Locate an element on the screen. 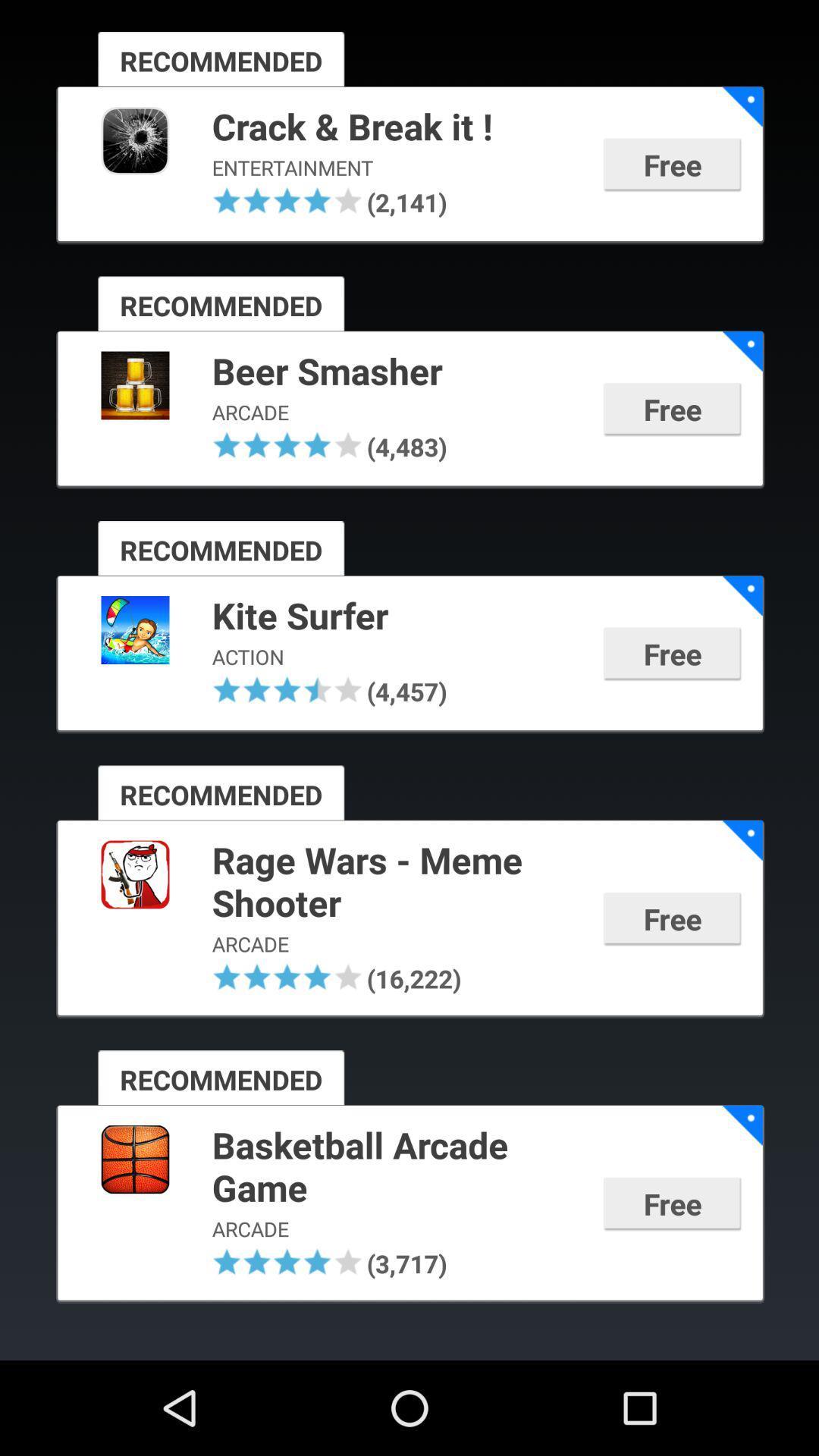  item below the action app is located at coordinates (256, 689).